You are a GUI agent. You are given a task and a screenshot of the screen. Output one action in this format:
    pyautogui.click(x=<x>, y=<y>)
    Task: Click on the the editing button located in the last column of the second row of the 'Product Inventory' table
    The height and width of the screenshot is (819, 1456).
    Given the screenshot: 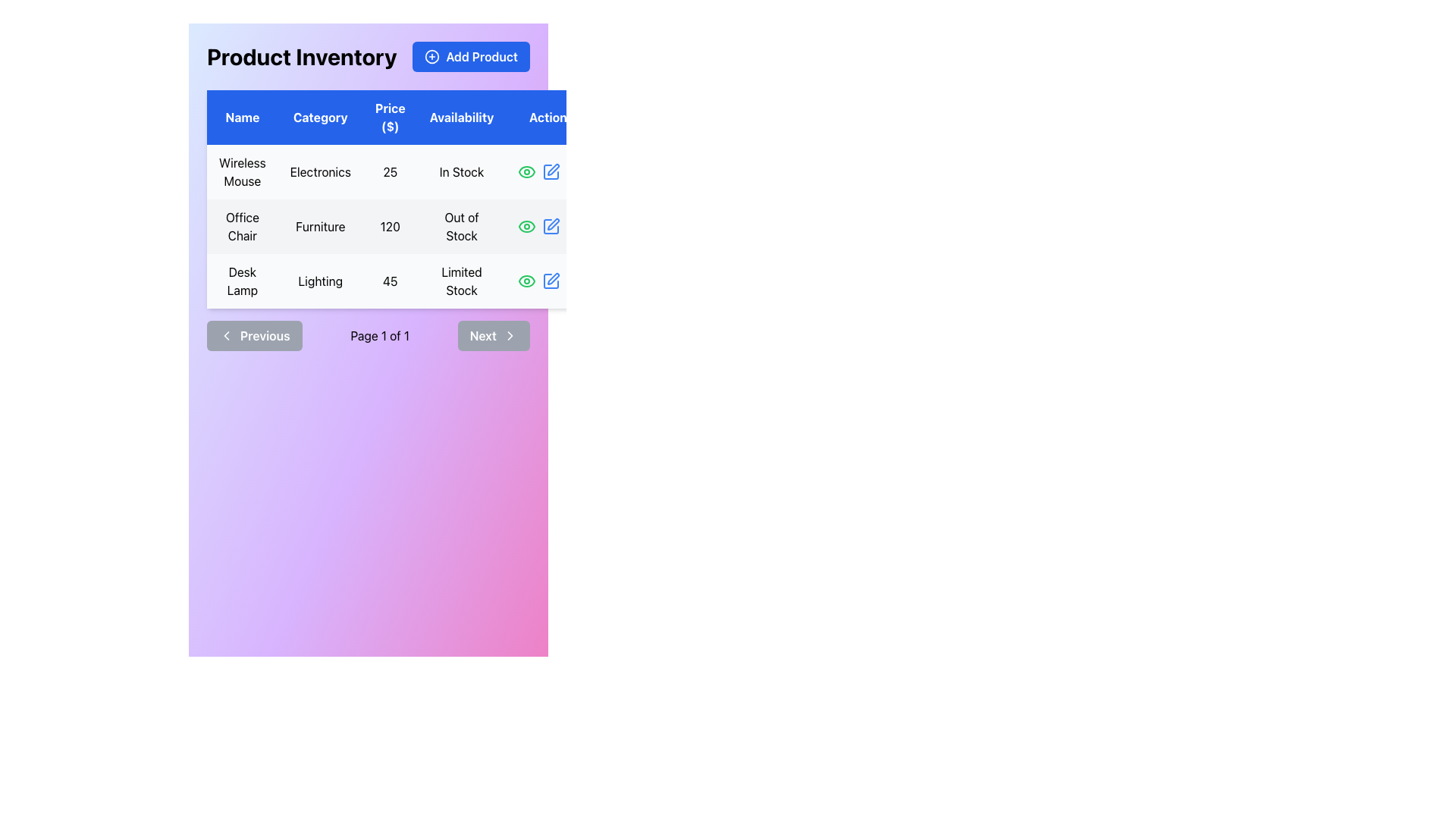 What is the action you would take?
    pyautogui.click(x=551, y=227)
    